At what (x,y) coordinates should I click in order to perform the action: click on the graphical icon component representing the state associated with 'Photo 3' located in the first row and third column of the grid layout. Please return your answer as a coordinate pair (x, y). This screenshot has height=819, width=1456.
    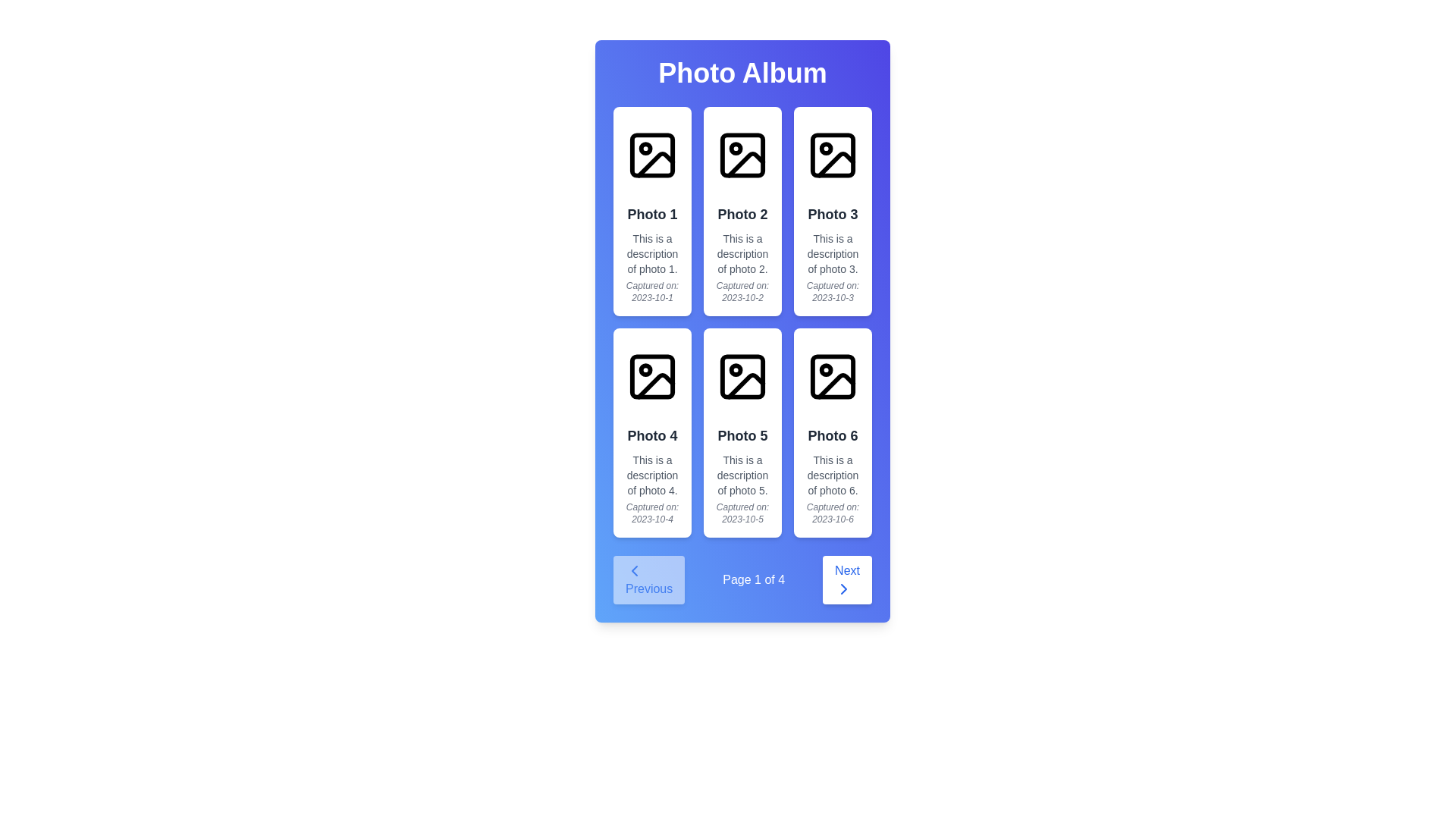
    Looking at the image, I should click on (835, 165).